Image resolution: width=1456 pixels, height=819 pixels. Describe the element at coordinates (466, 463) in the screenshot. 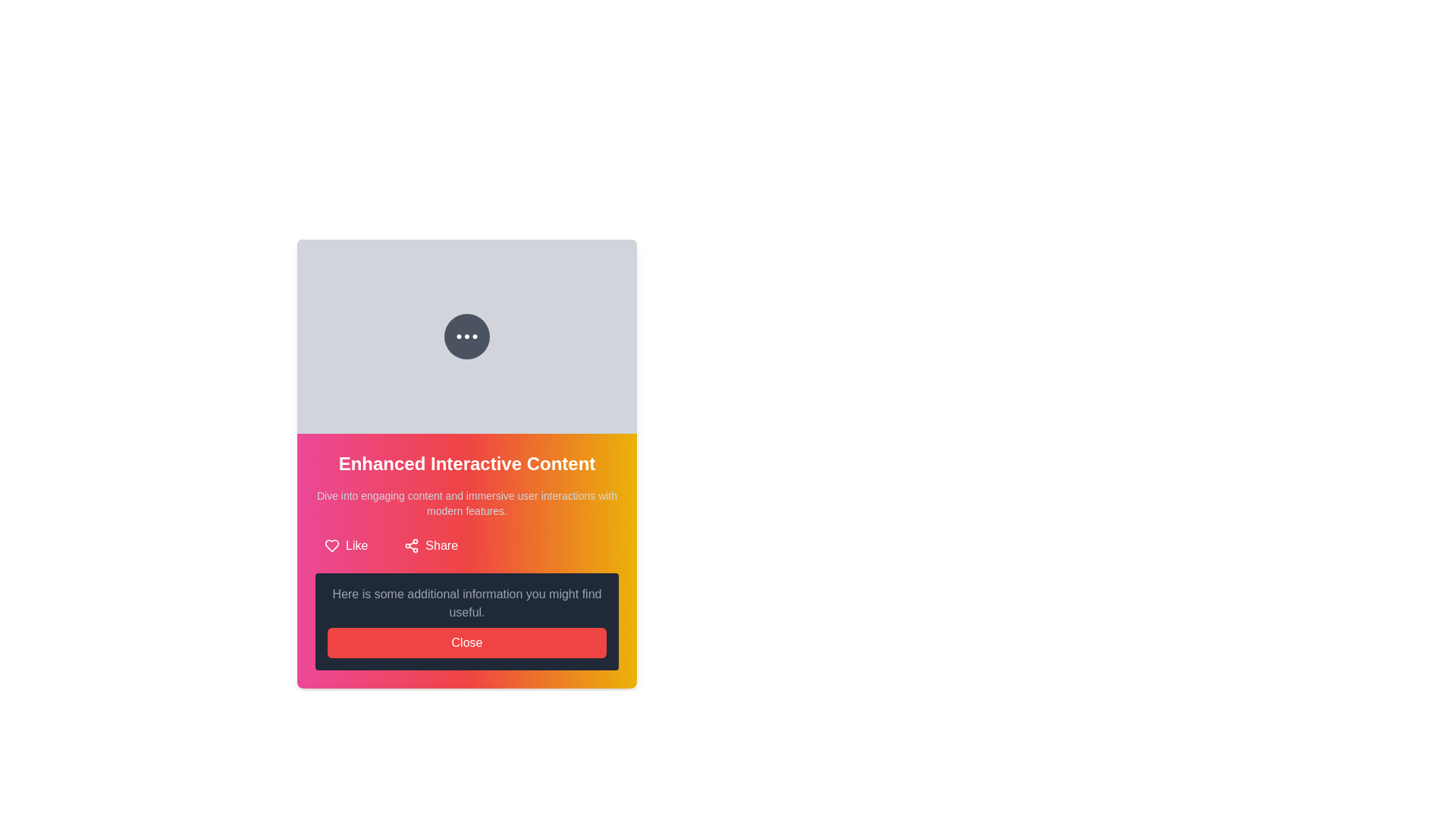

I see `the headline text at the top-center of the card, which serves as a descriptor for the content within the card` at that location.